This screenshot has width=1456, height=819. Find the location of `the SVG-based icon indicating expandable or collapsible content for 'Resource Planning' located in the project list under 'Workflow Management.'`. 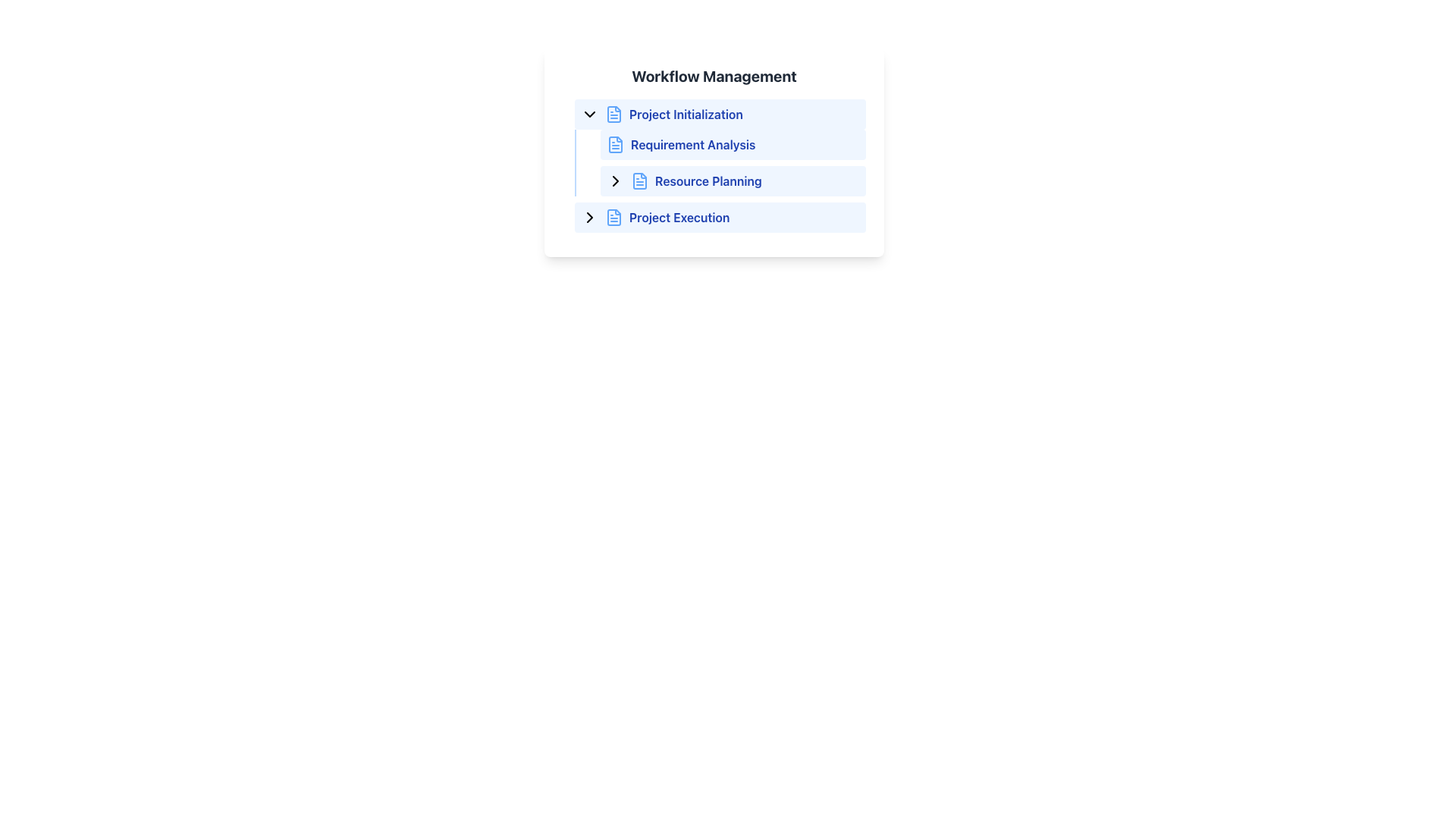

the SVG-based icon indicating expandable or collapsible content for 'Resource Planning' located in the project list under 'Workflow Management.' is located at coordinates (615, 180).